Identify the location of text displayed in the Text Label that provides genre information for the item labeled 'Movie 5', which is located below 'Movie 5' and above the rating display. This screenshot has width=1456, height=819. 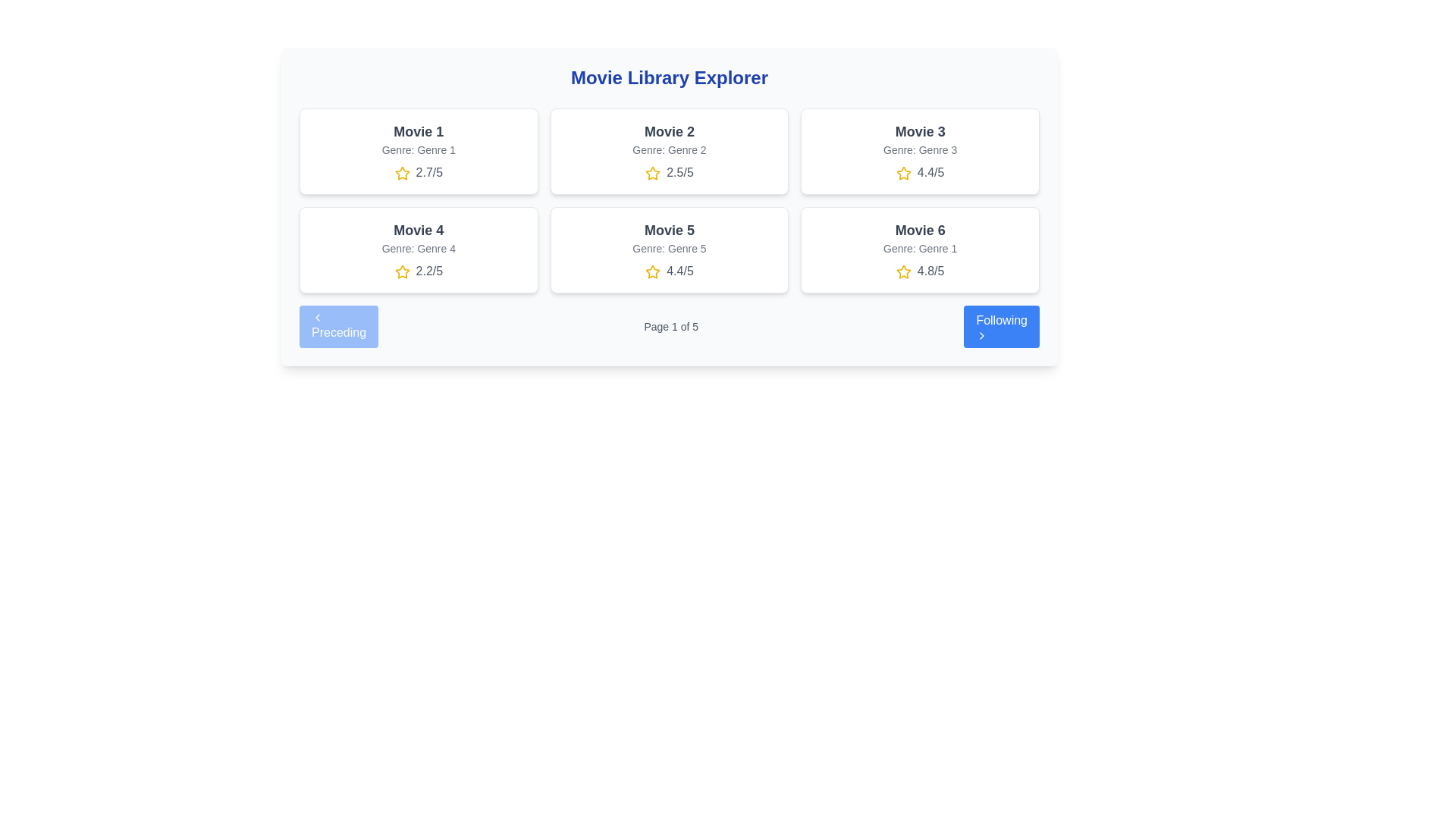
(669, 247).